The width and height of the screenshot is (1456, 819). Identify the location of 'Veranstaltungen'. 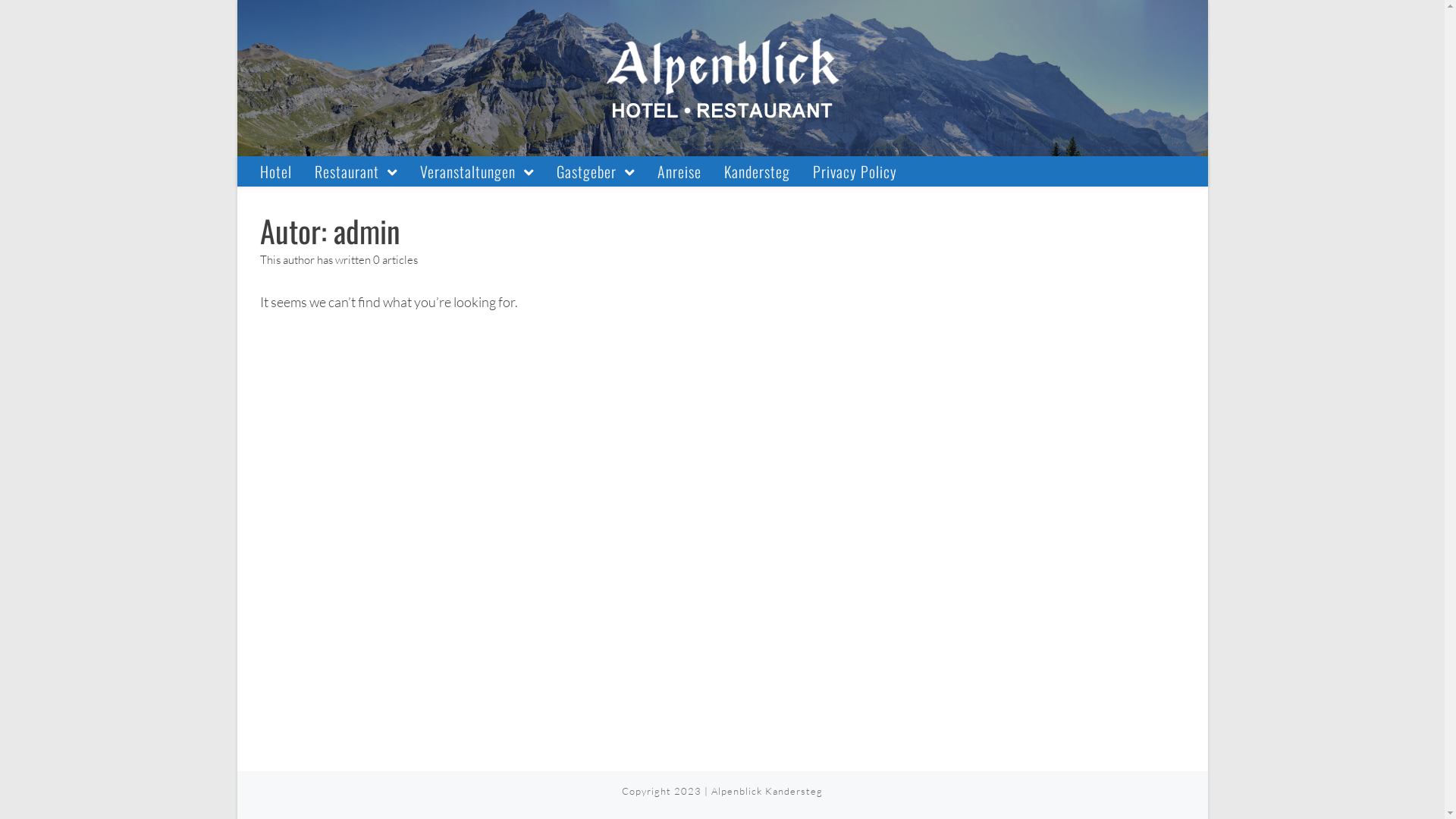
(475, 171).